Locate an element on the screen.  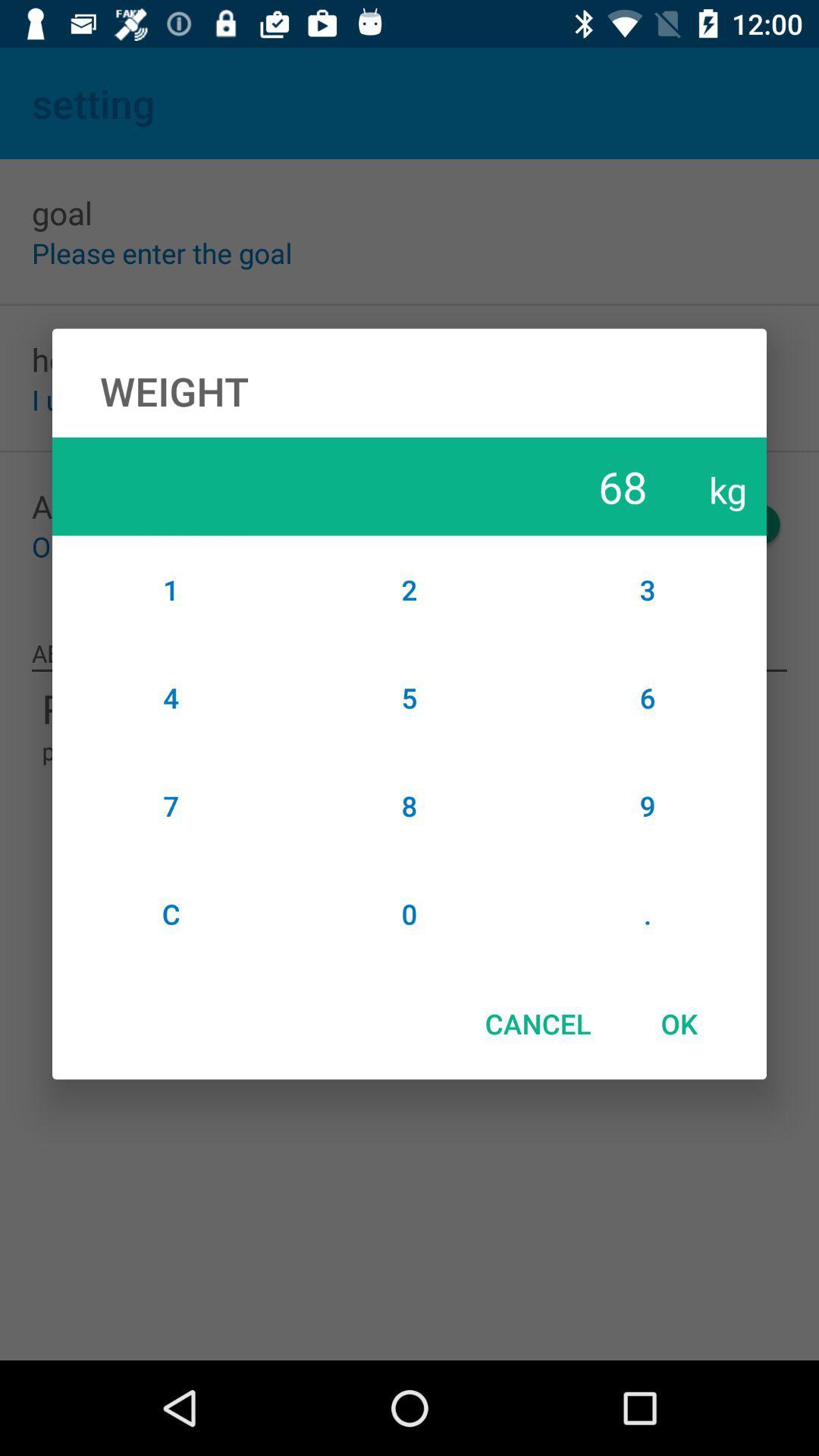
the 1 icon is located at coordinates (171, 588).